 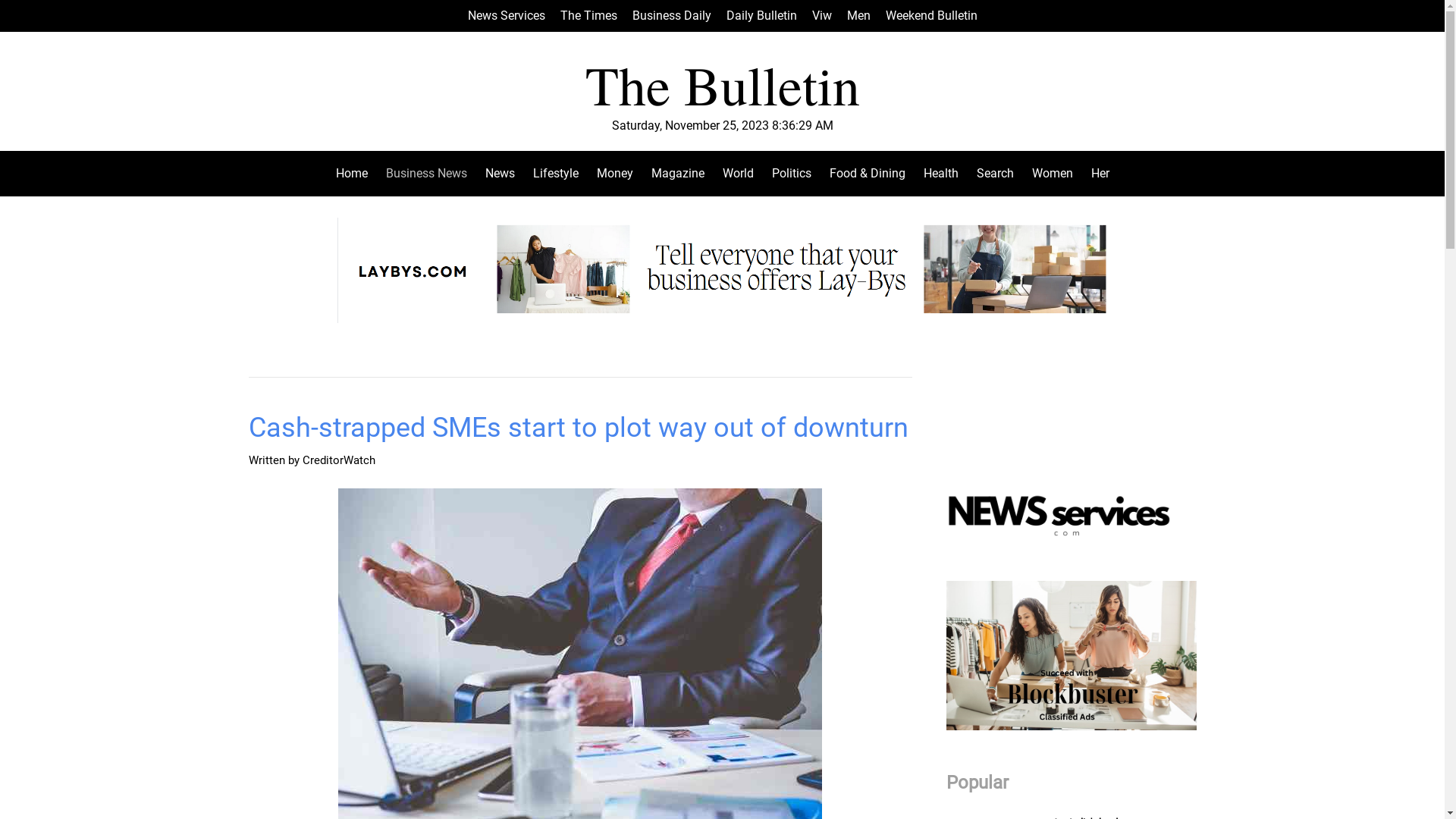 What do you see at coordinates (790, 172) in the screenshot?
I see `'Politics'` at bounding box center [790, 172].